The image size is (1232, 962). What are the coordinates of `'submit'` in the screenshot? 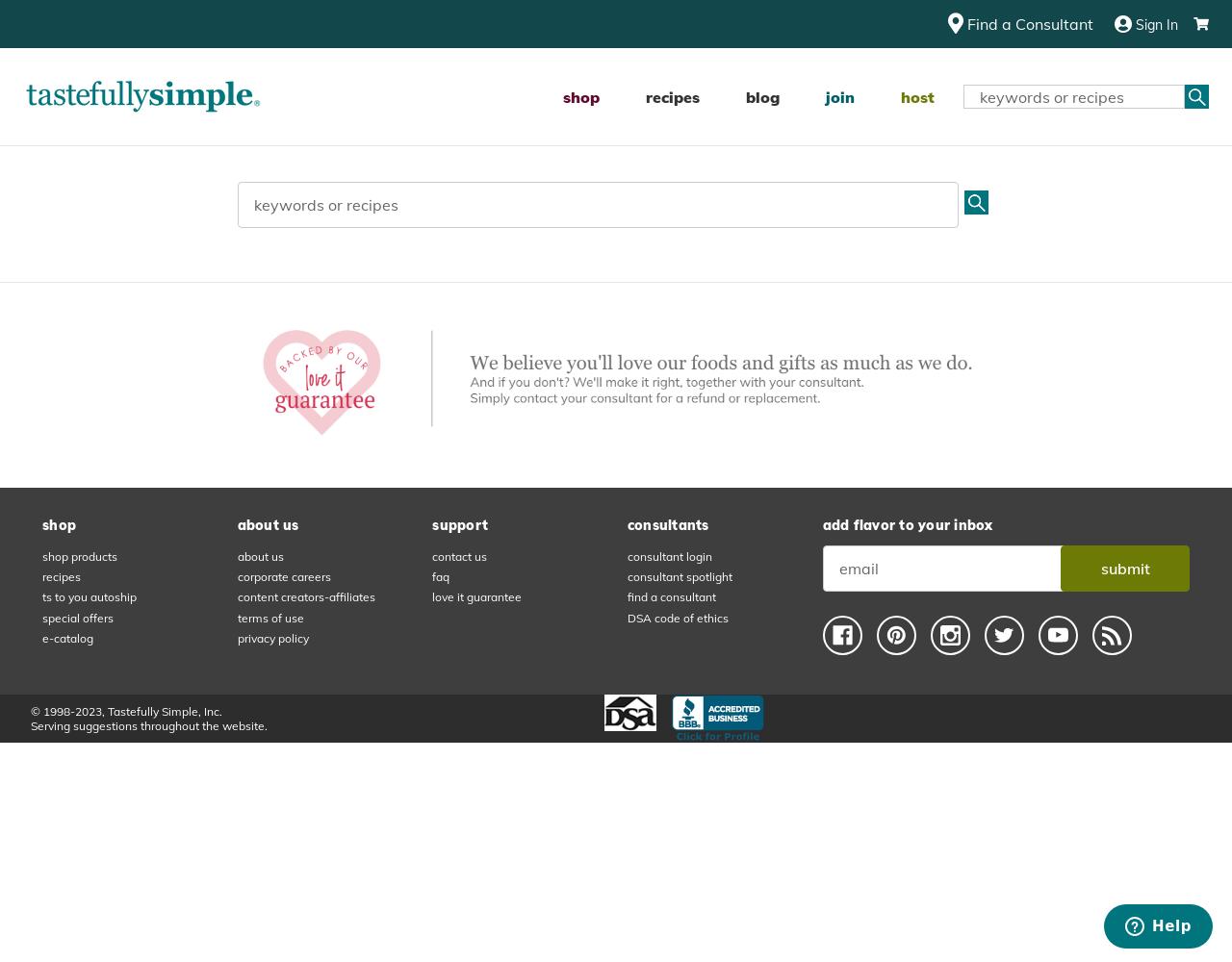 It's located at (1124, 568).